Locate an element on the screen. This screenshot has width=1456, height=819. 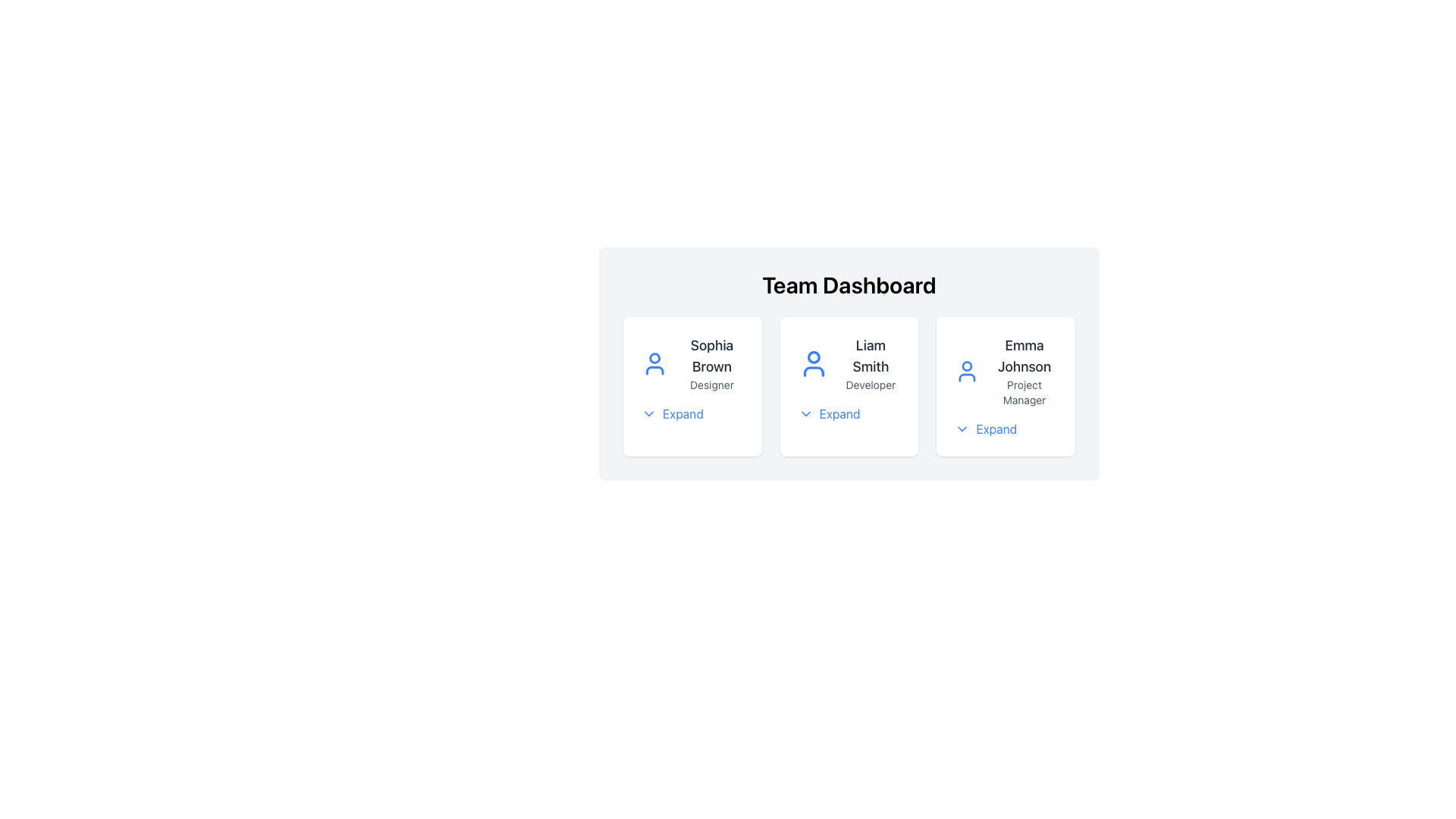
the circular shape representing the head of the person icon in the profile for Emma Johnson, labeled as 'Project Manager', located within the user avatar icon on the rightmost card of the 'Team Dashboard' is located at coordinates (966, 366).